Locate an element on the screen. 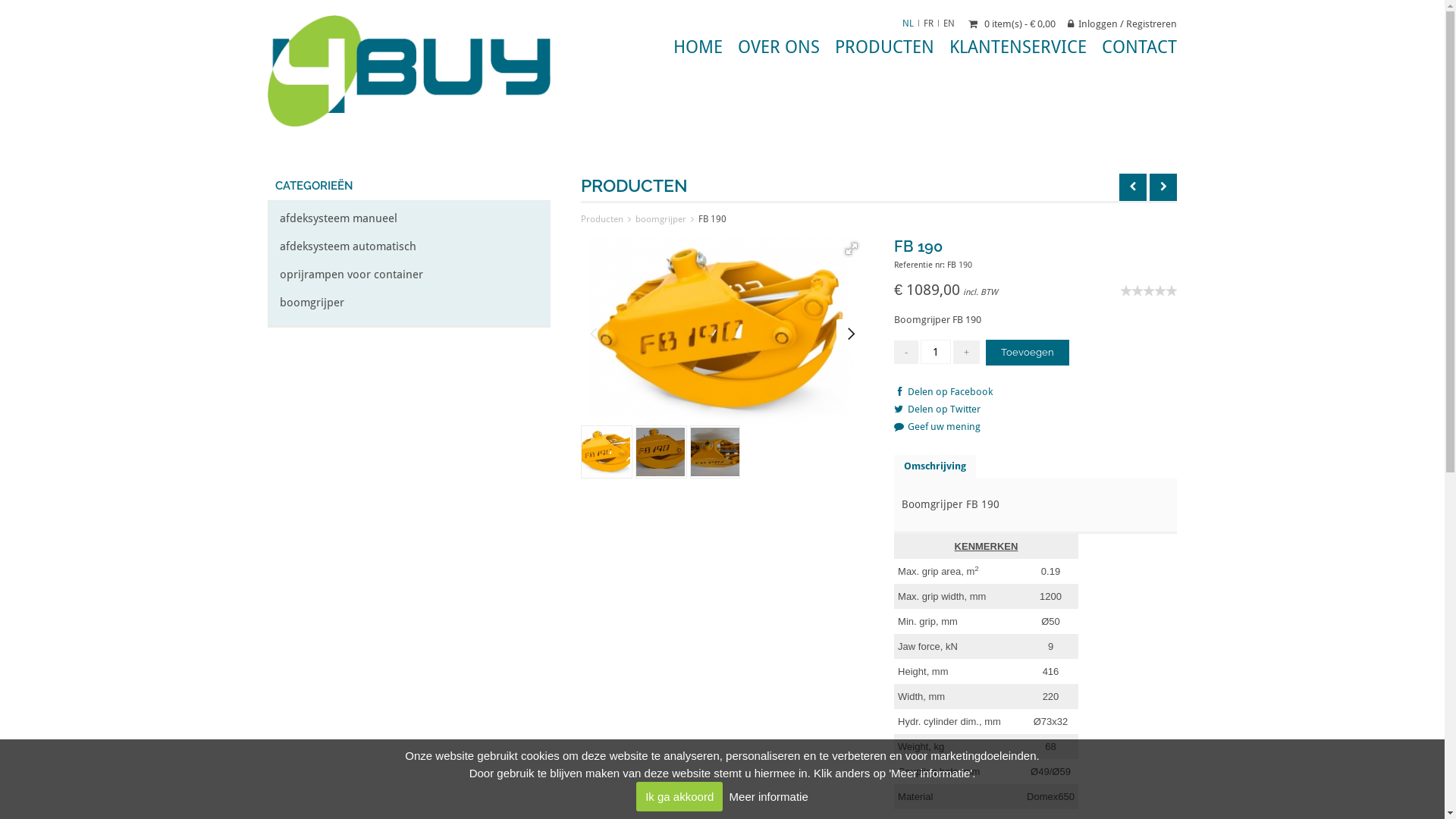 The width and height of the screenshot is (1456, 819). 'Toevoegen' is located at coordinates (1027, 353).